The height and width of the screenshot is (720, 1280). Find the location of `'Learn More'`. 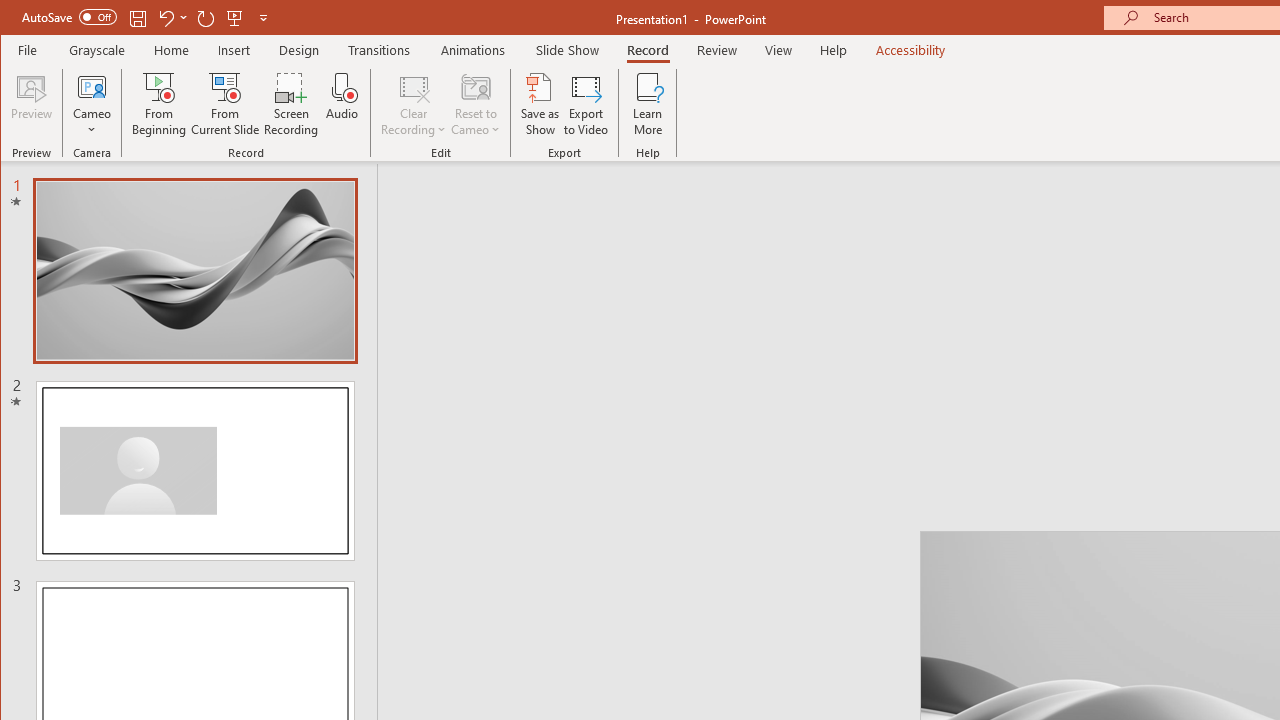

'Learn More' is located at coordinates (648, 104).